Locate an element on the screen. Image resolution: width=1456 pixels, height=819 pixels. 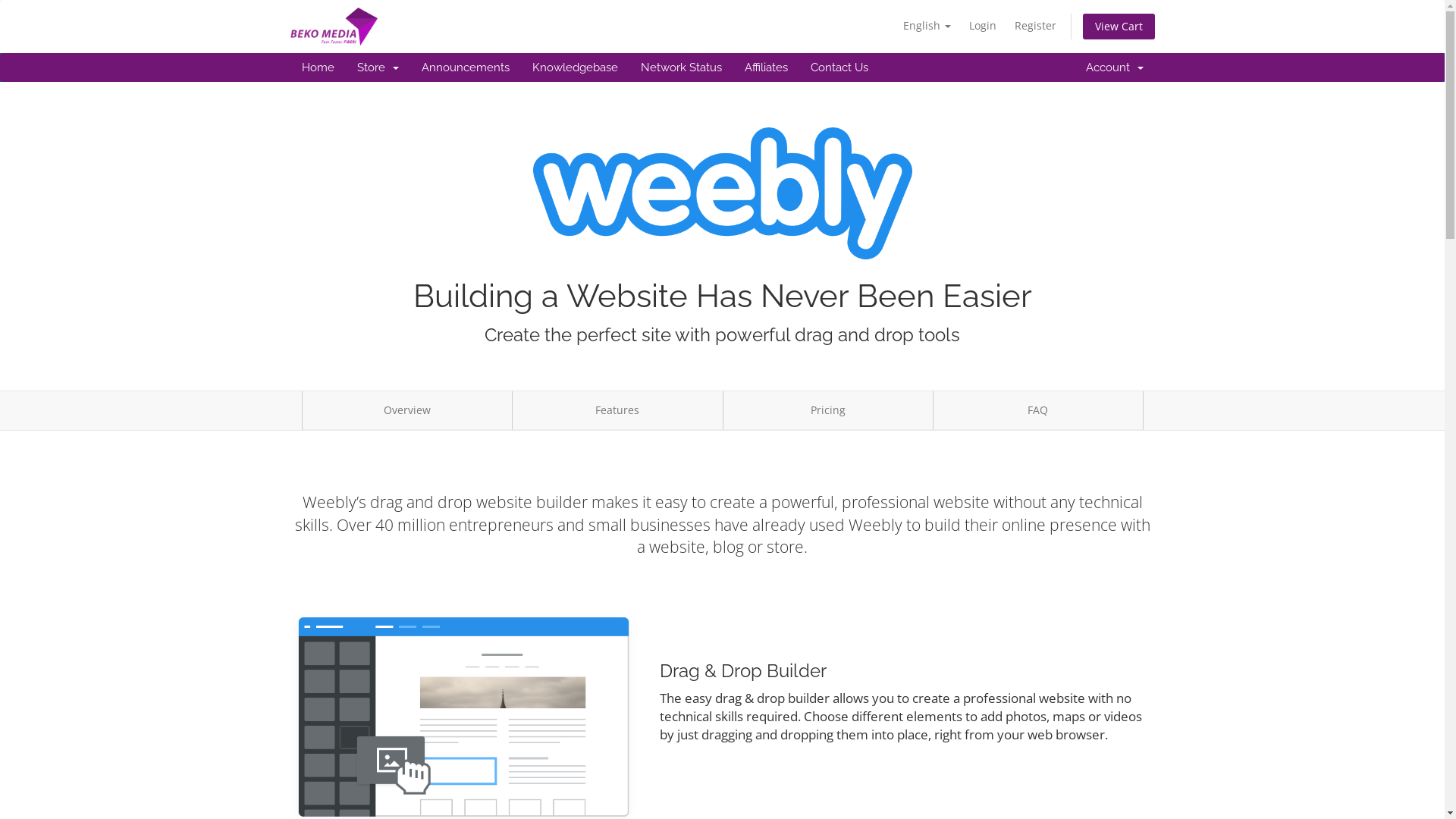
'Login' is located at coordinates (960, 26).